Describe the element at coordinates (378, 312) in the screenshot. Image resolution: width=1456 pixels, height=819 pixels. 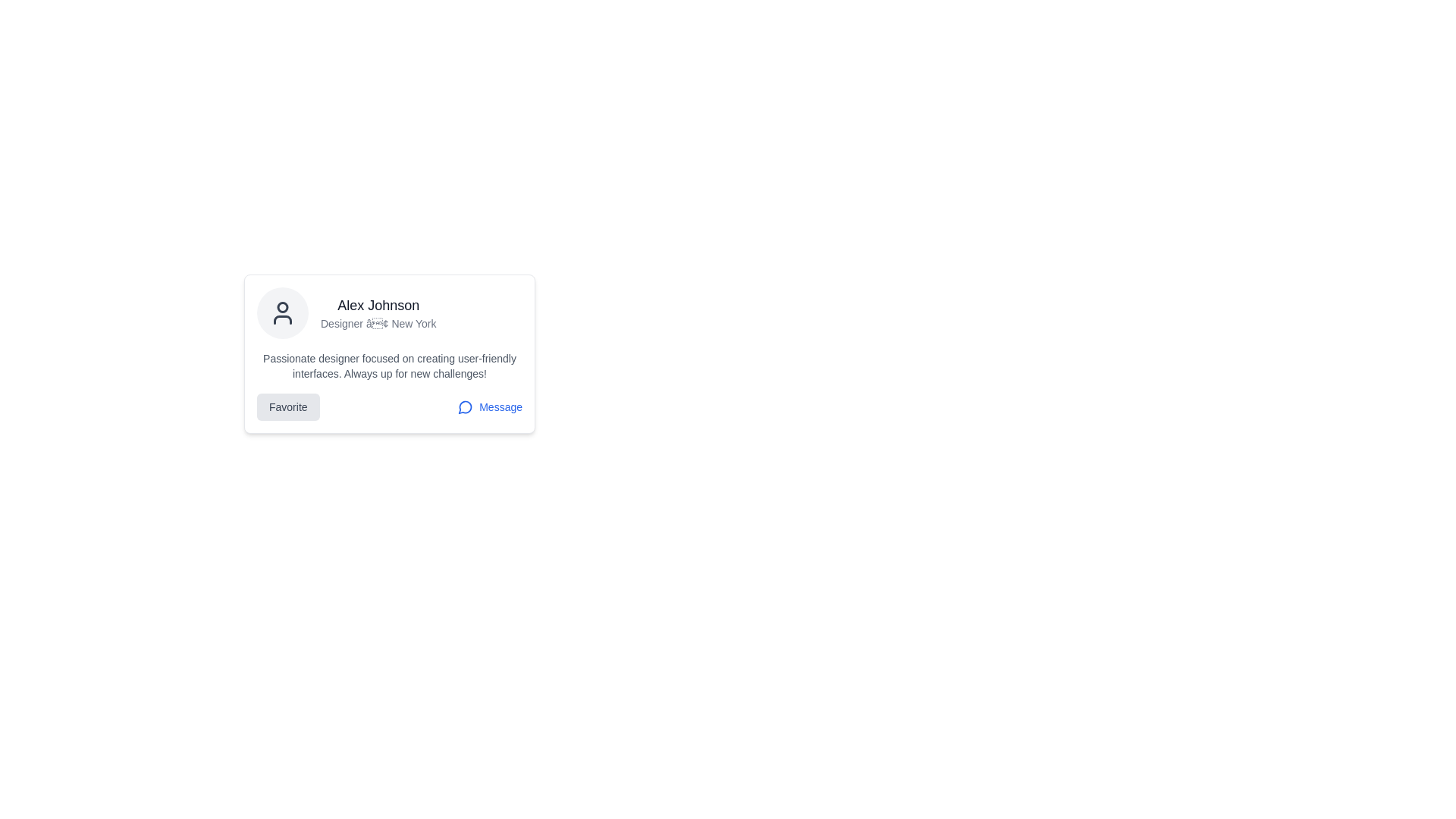
I see `the Text Content Display that shows the user's name and professional information, which is centrally located within a card layout, adjacent to a user avatar icon on the left` at that location.